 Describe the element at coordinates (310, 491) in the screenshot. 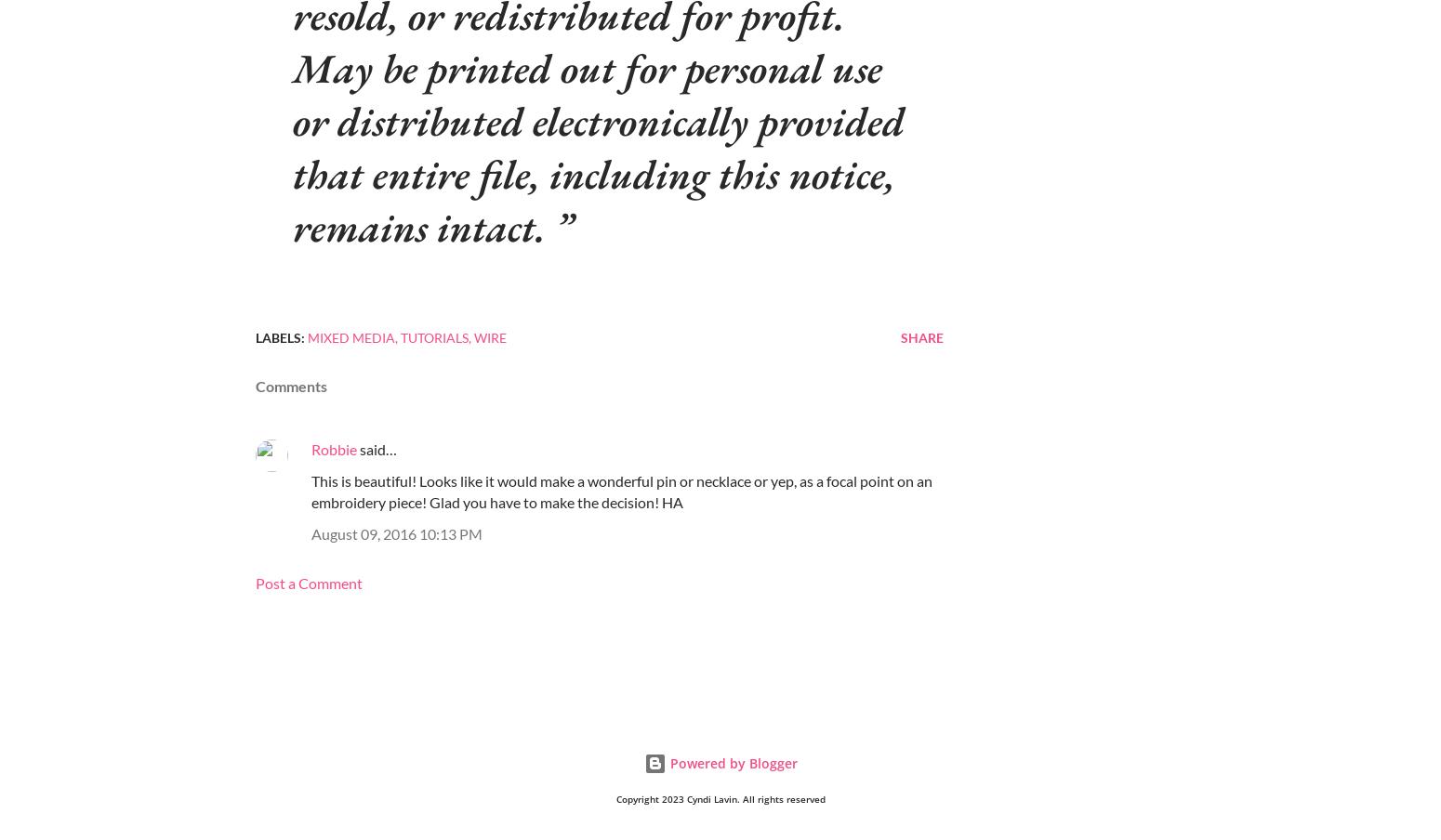

I see `'This is beautiful!  Looks like it would make a wonderful pin or necklace or yep, as a focal point on an embroidery piece!  Glad you have to make the decision! HA'` at that location.